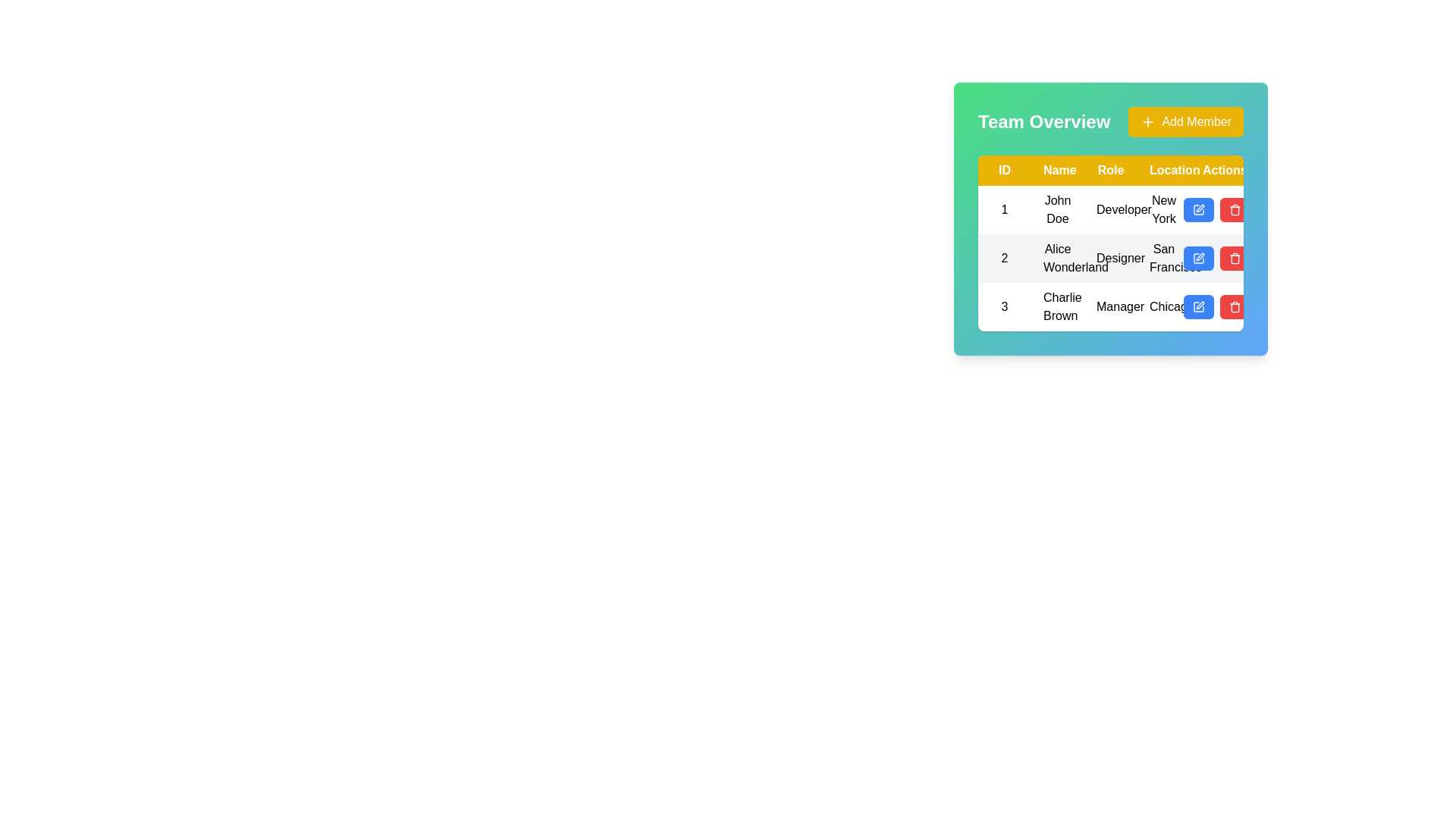 The image size is (1456, 819). Describe the element at coordinates (1235, 257) in the screenshot. I see `the delete icon button (trash bin) in the 'Actions' column of the second row in the 'Team Overview' table` at that location.